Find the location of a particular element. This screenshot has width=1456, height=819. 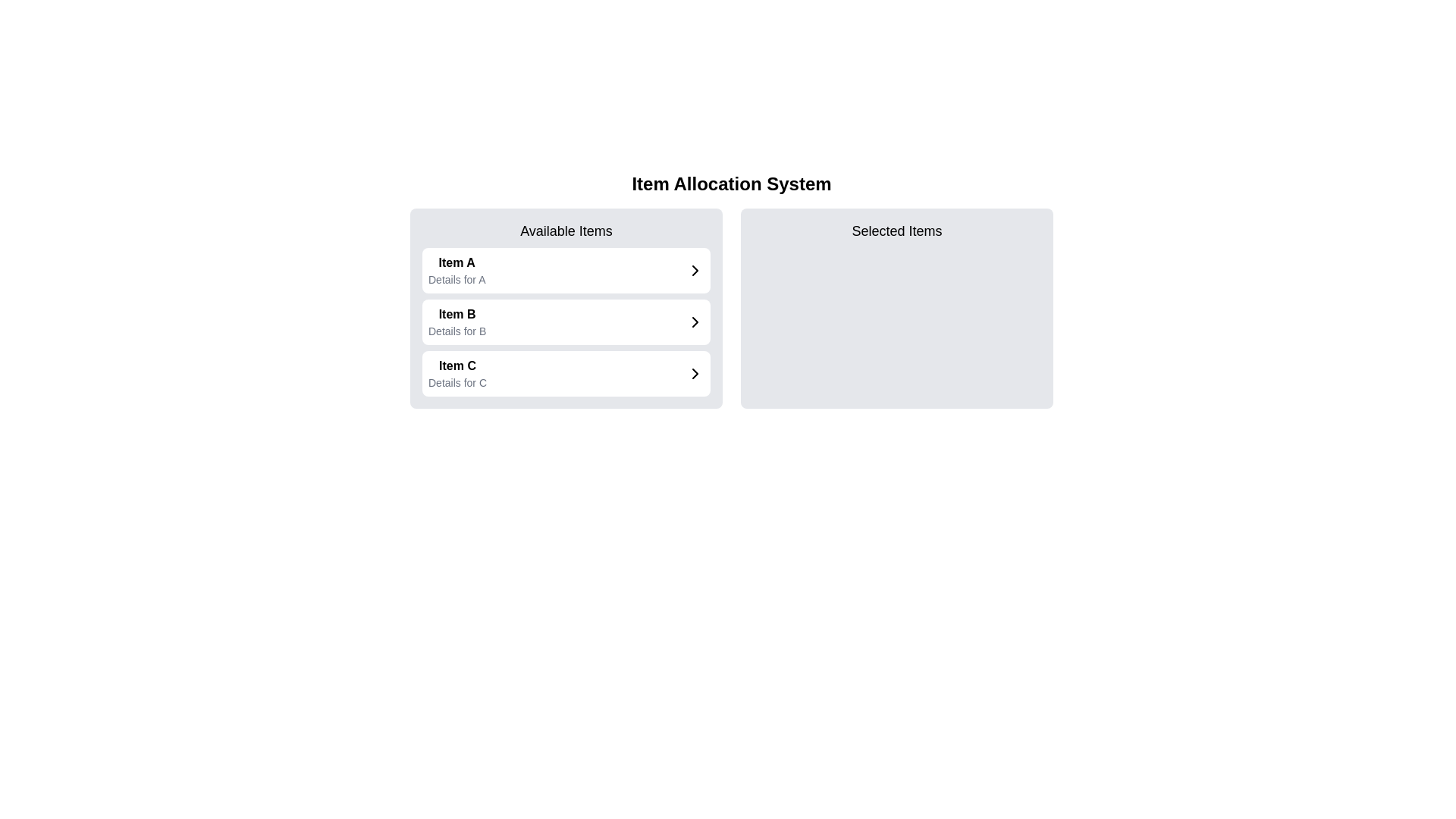

the icon button located at the far right end of the row containing 'Item C' is located at coordinates (694, 374).